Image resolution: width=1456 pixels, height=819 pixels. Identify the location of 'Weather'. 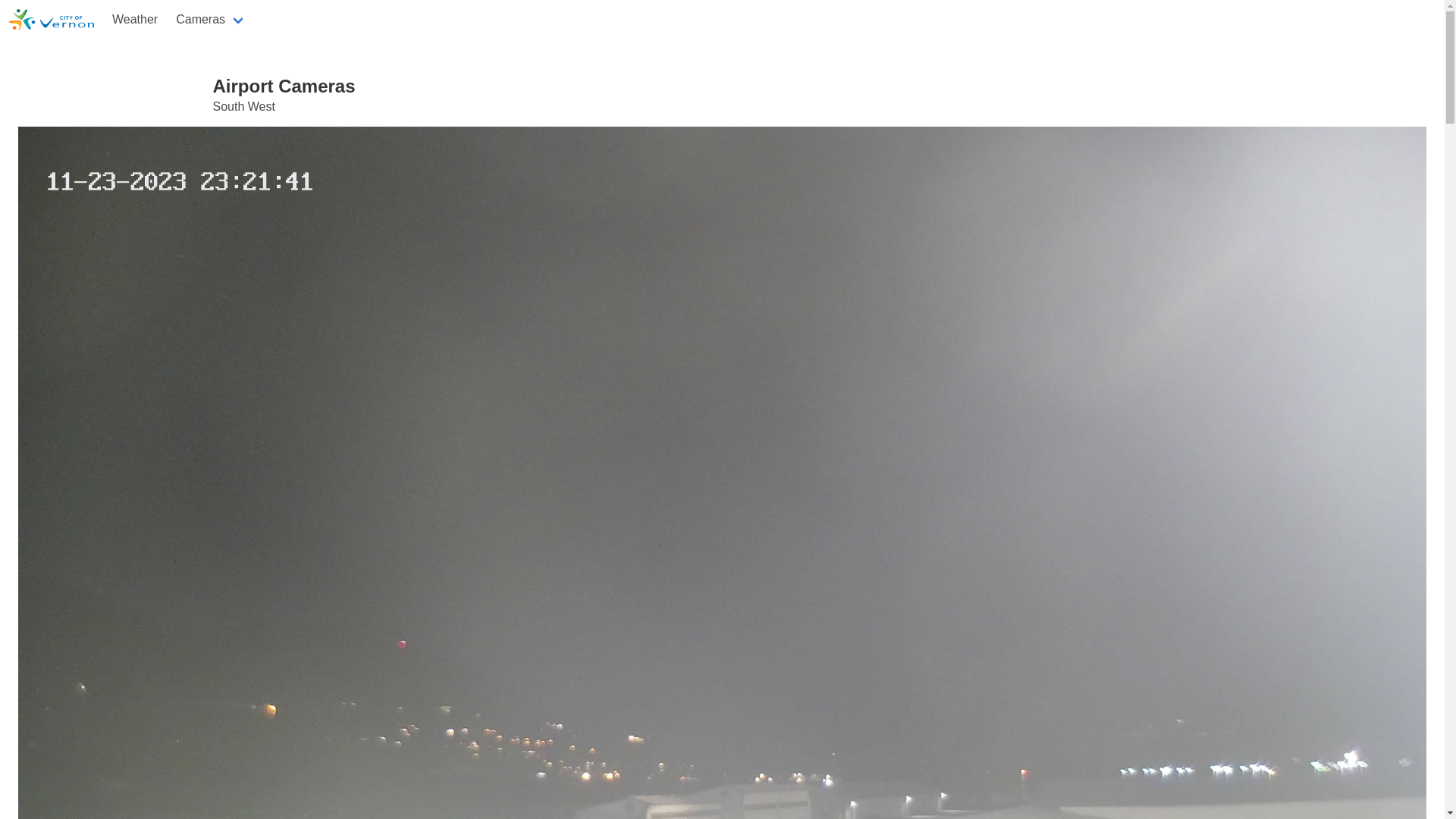
(134, 20).